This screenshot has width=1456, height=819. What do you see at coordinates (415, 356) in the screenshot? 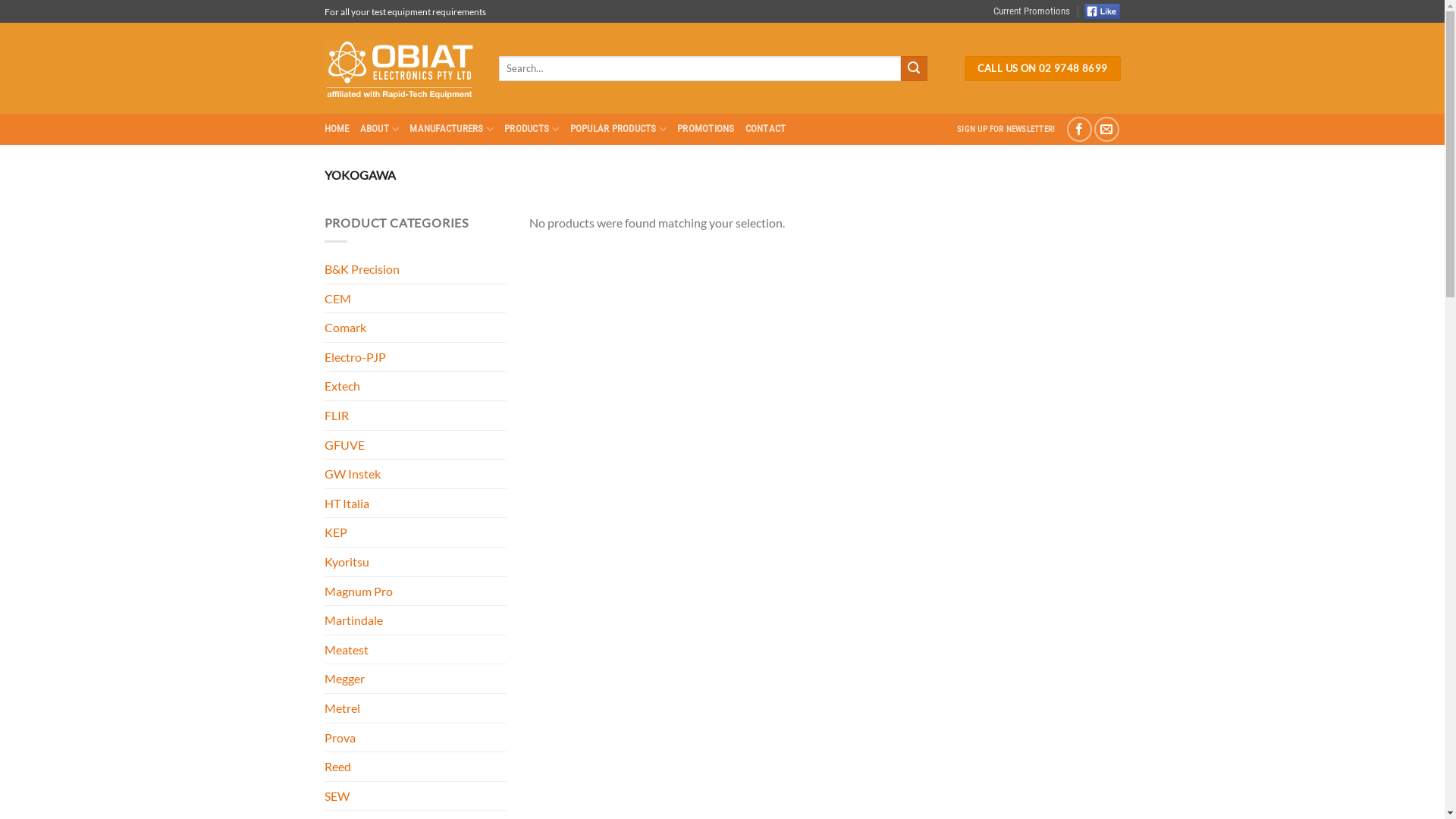
I see `'Electro-PJP'` at bounding box center [415, 356].